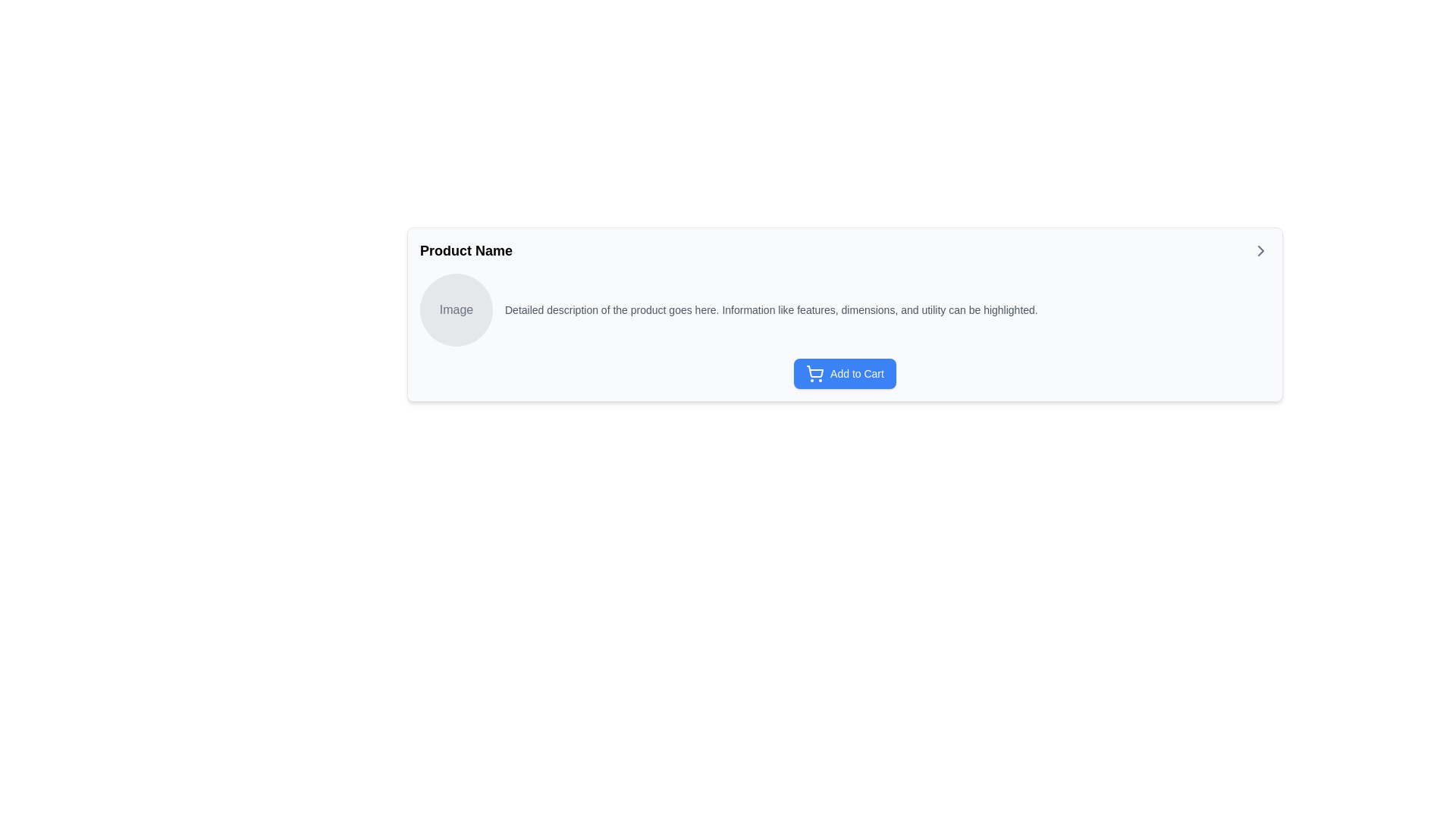 This screenshot has width=1456, height=819. What do you see at coordinates (814, 374) in the screenshot?
I see `the blue 'Add to Cart' button that contains the icon representing the action of adding a product to the user's cart` at bounding box center [814, 374].